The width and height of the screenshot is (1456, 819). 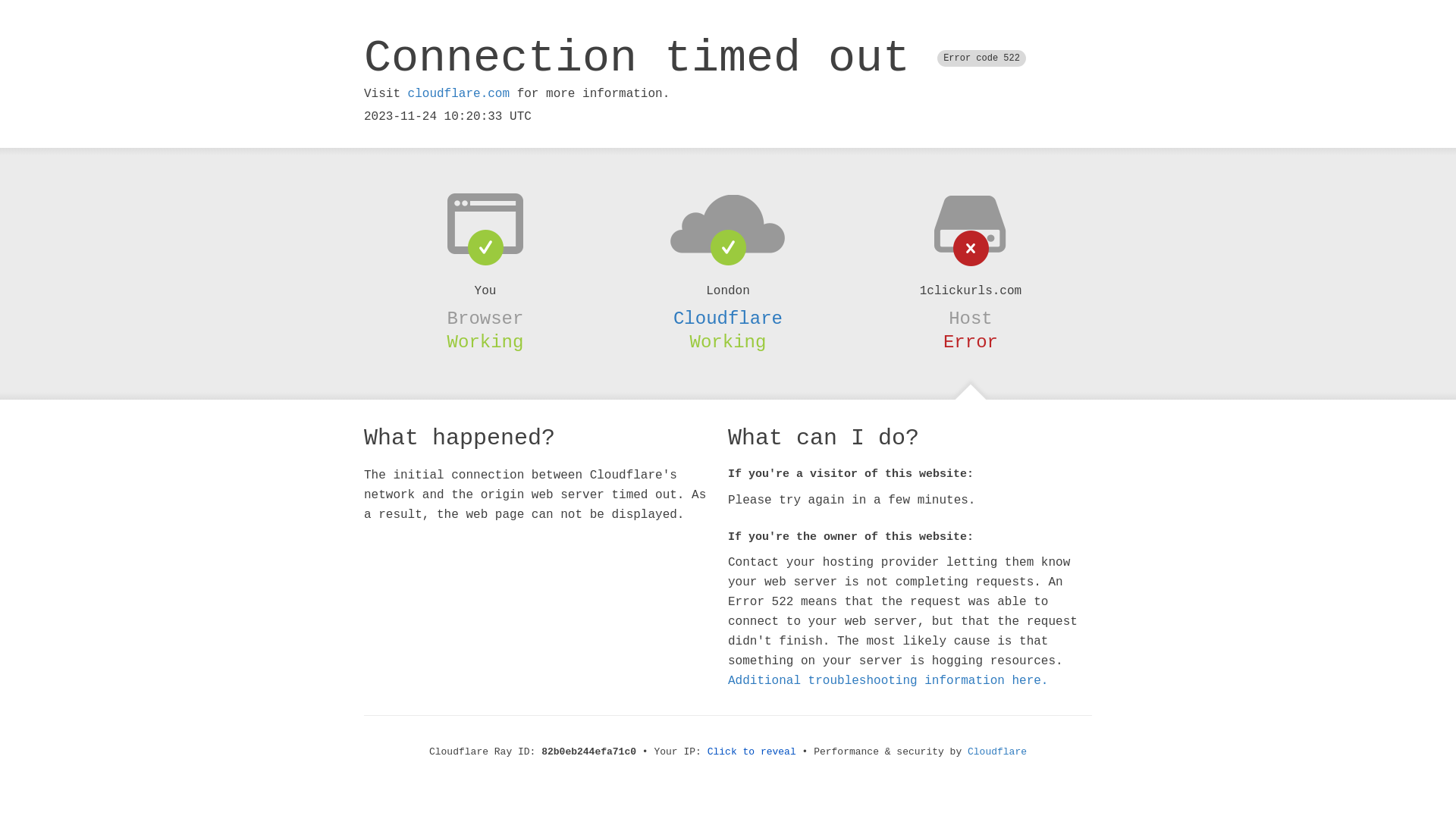 What do you see at coordinates (888, 680) in the screenshot?
I see `'Additional troubleshooting information here.'` at bounding box center [888, 680].